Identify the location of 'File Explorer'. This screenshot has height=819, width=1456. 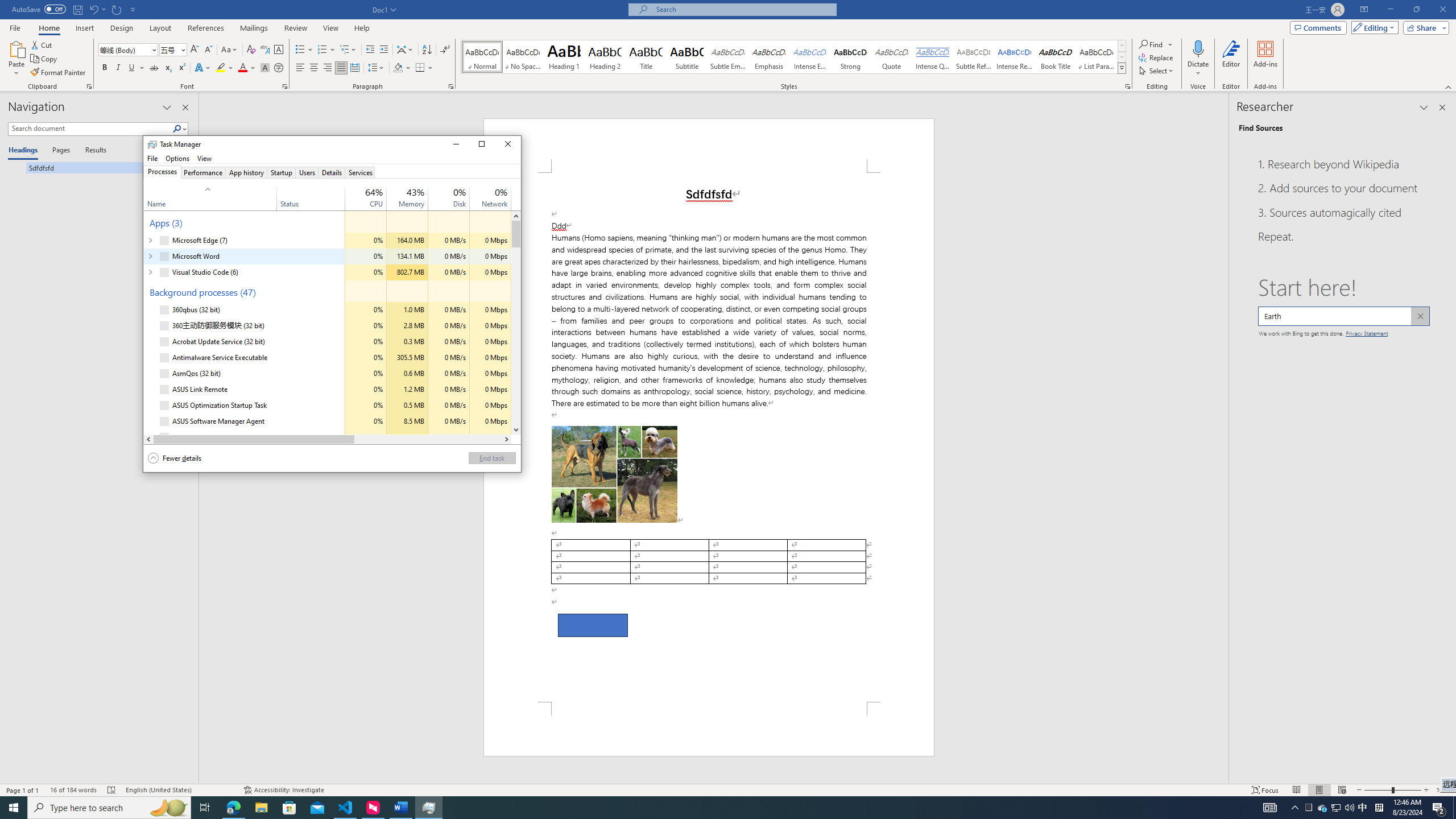
(260, 806).